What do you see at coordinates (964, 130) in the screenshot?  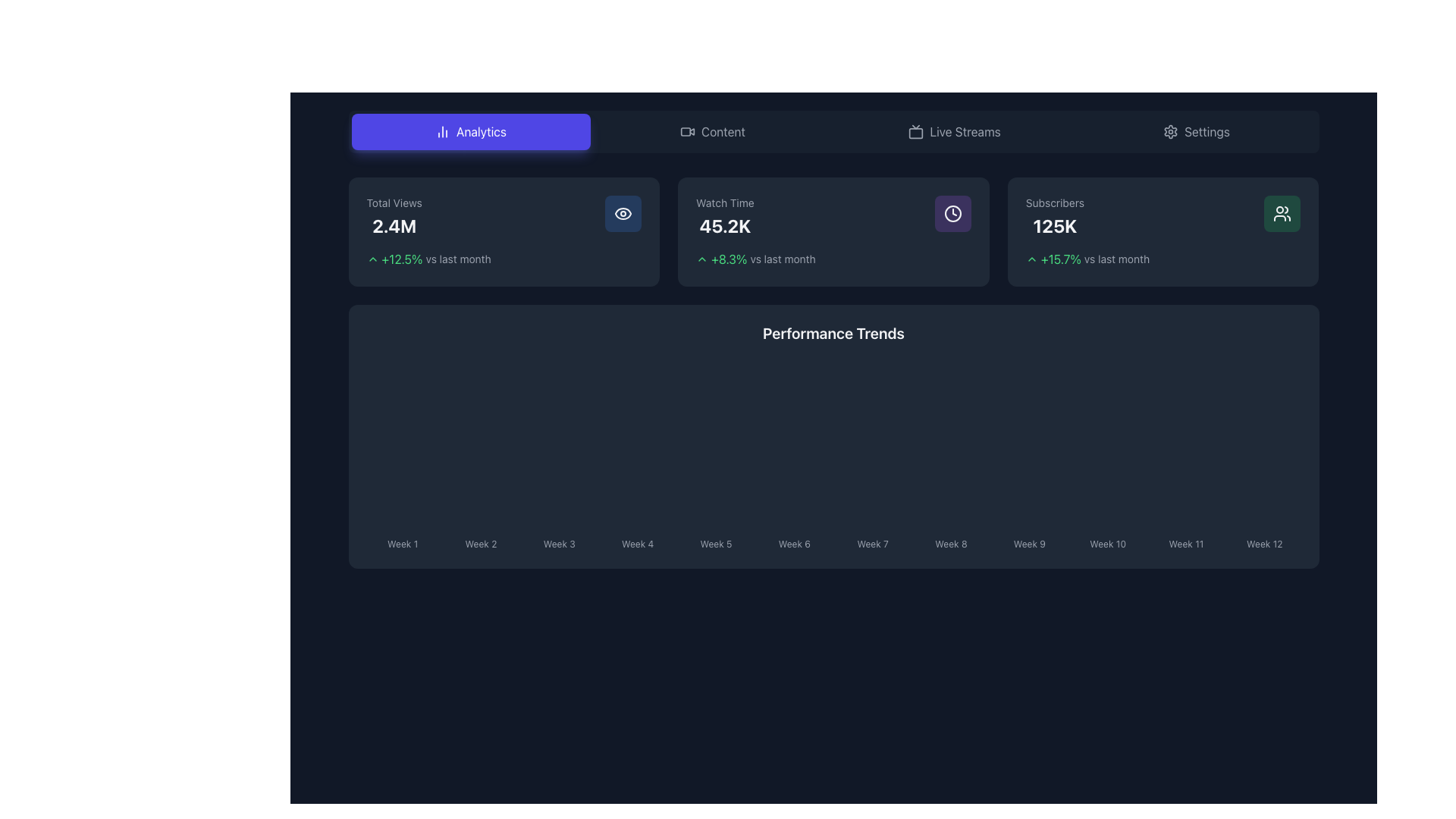 I see `the text label element that serves as a navigation option for live streaming functionalities, located to the left of an SVG TV icon and to the right of the 'Settings' label in the navigation bar` at bounding box center [964, 130].